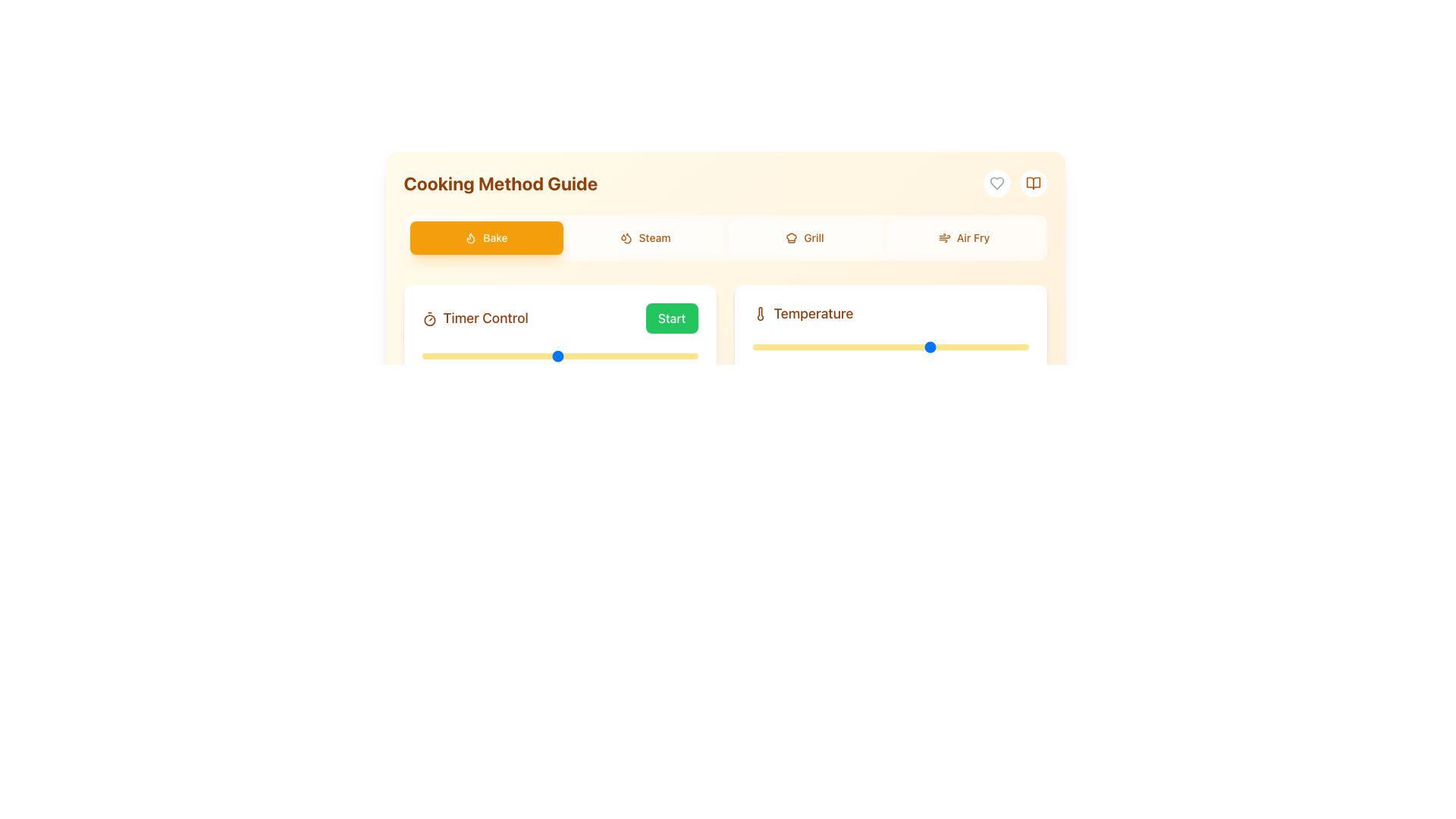 The height and width of the screenshot is (819, 1456). Describe the element at coordinates (943, 237) in the screenshot. I see `the iconographic visual element that indicates the 'Air Fry' cooking method, located to the left of the 'Air Fry' text label in the fourth button from the left in the cooking method options row` at that location.